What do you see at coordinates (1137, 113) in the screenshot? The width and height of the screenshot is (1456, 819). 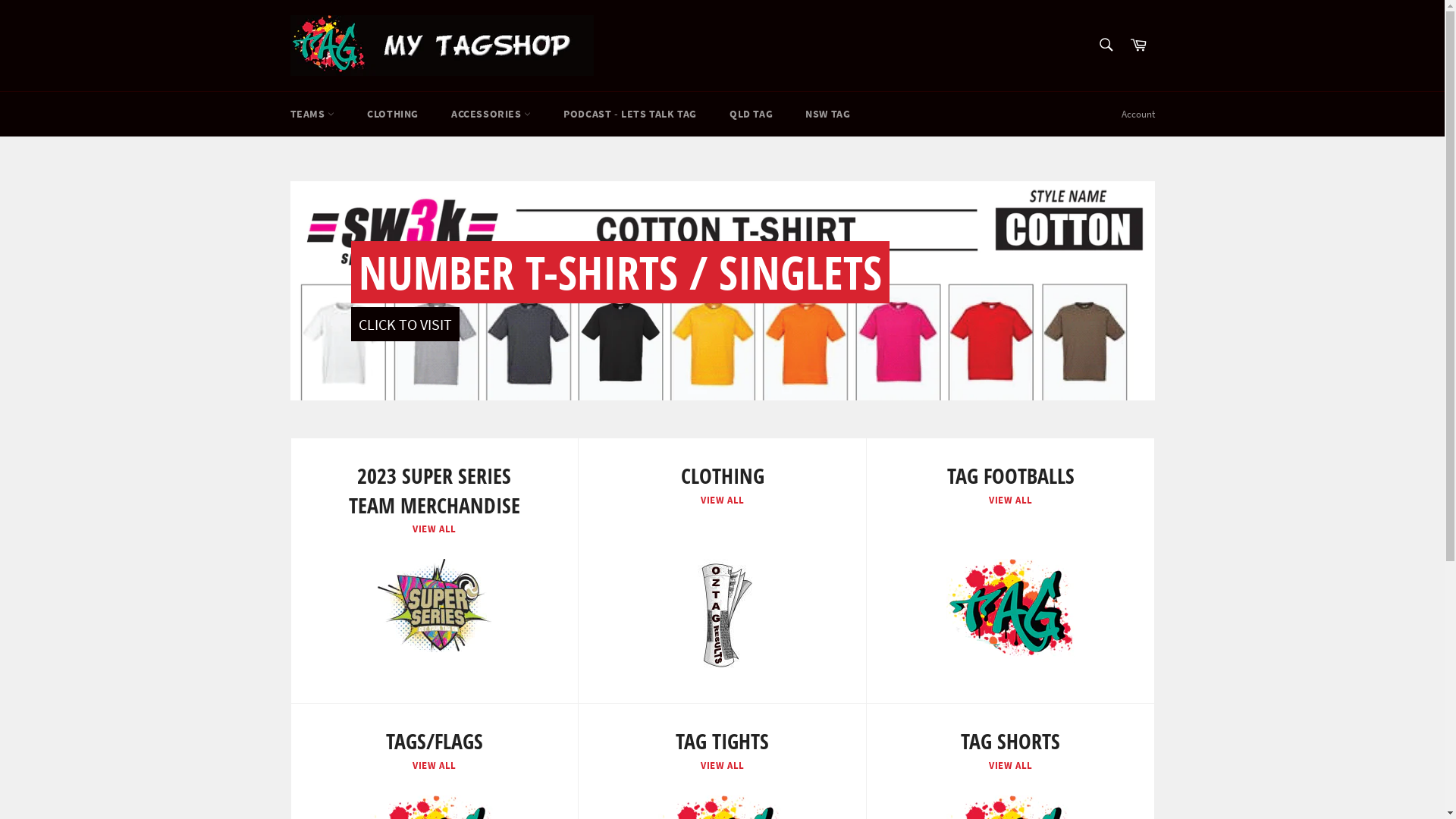 I see `'Account'` at bounding box center [1137, 113].